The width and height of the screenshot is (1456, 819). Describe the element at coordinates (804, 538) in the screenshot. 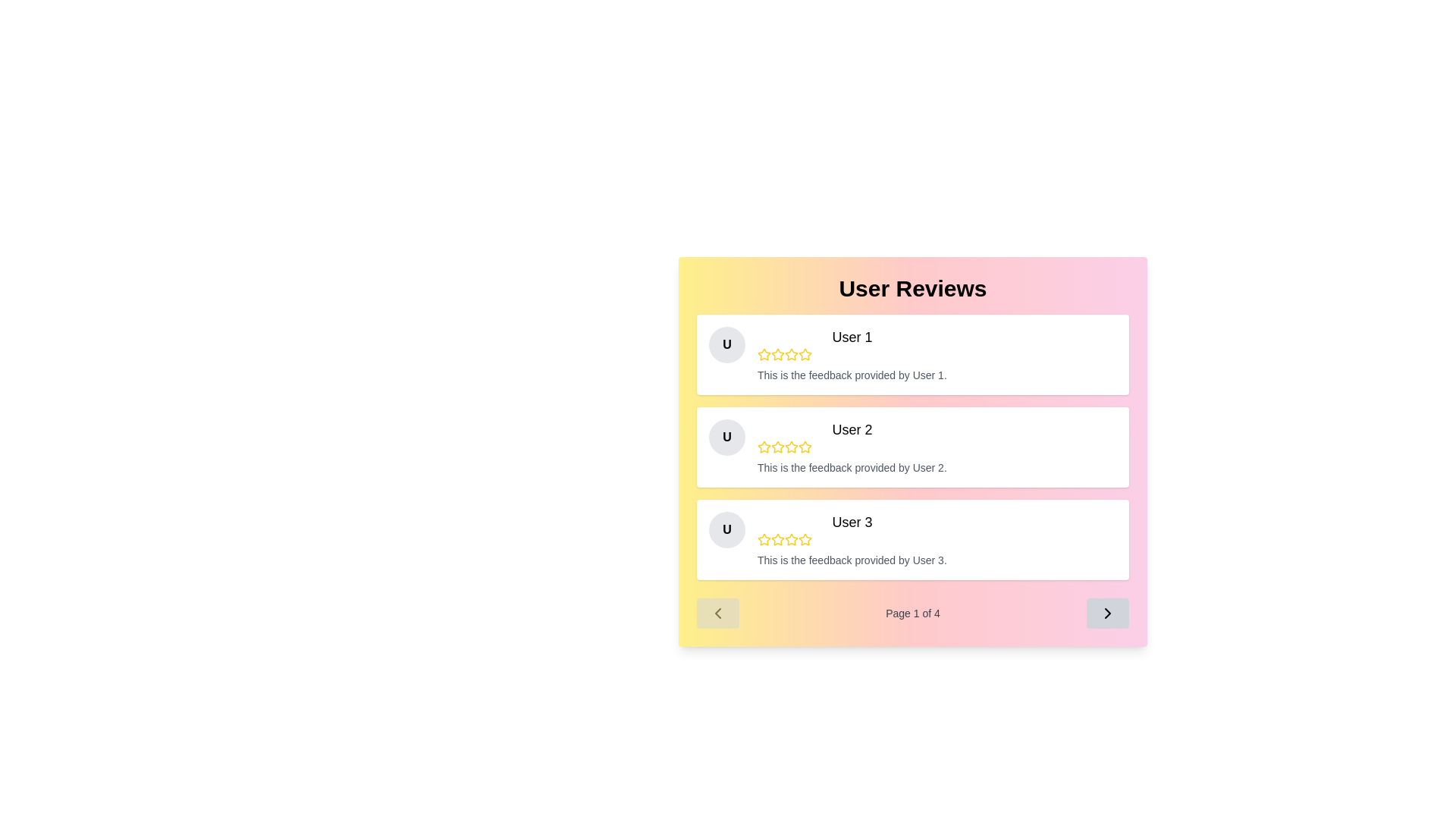

I see `the fourth clickable star icon in the rating system of the 'User 3' review panel` at that location.